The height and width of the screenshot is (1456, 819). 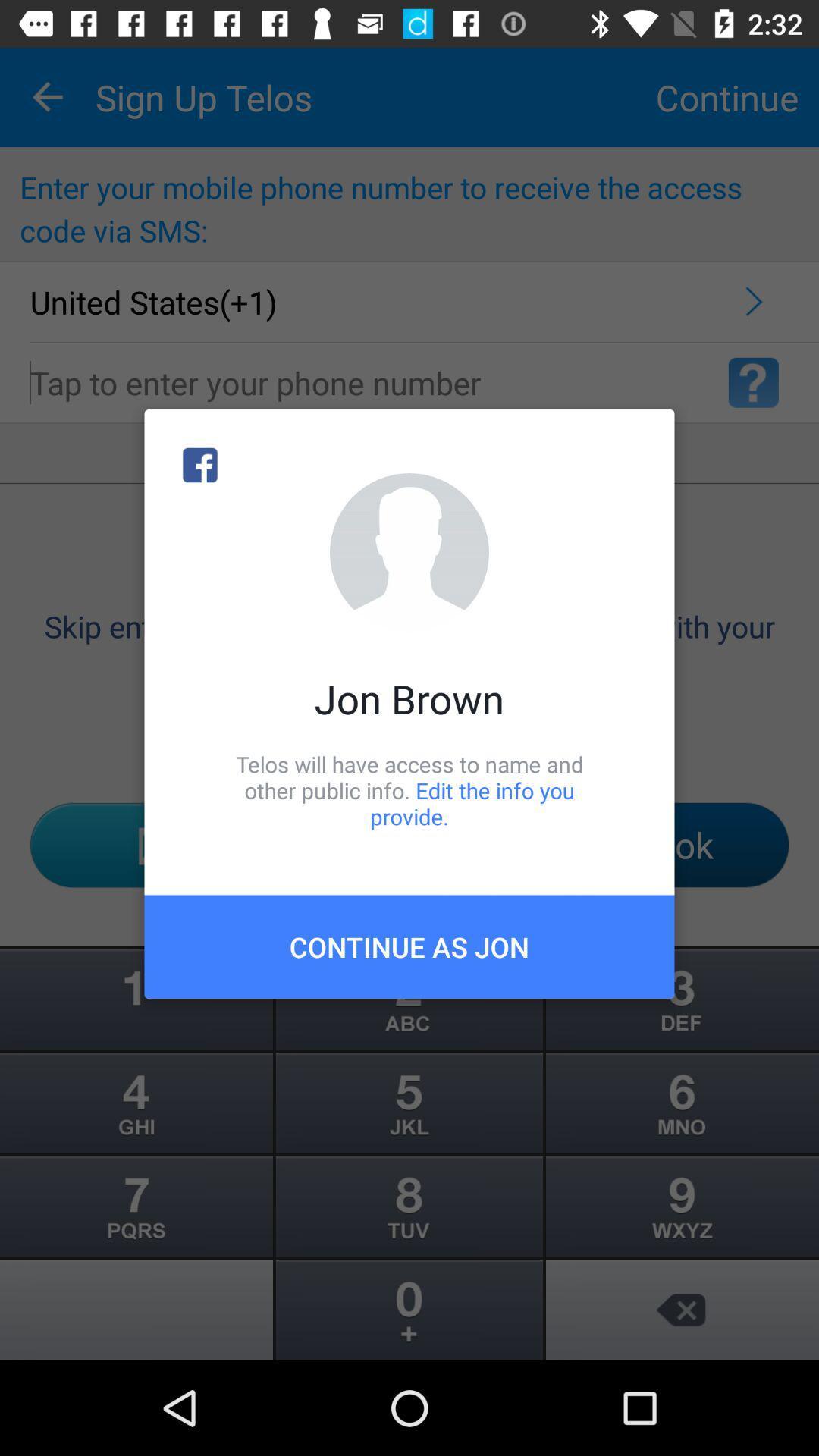 I want to click on the continue as jon icon, so click(x=409, y=946).